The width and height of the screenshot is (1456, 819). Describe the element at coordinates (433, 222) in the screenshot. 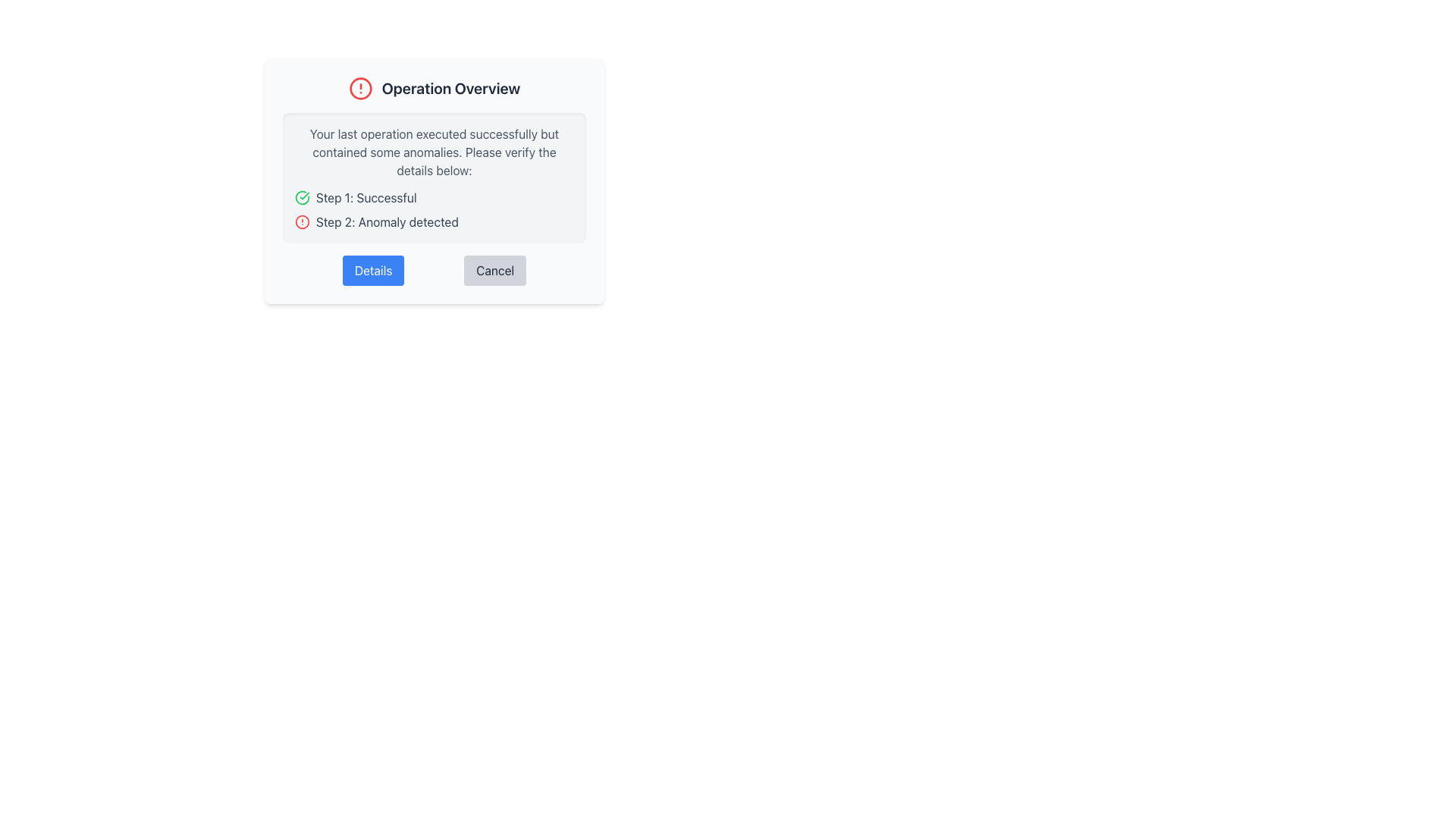

I see `the Status Indicator with Label that notifies about an anomaly detected during the second step of the operation in the 'Operation Overview' panel` at that location.